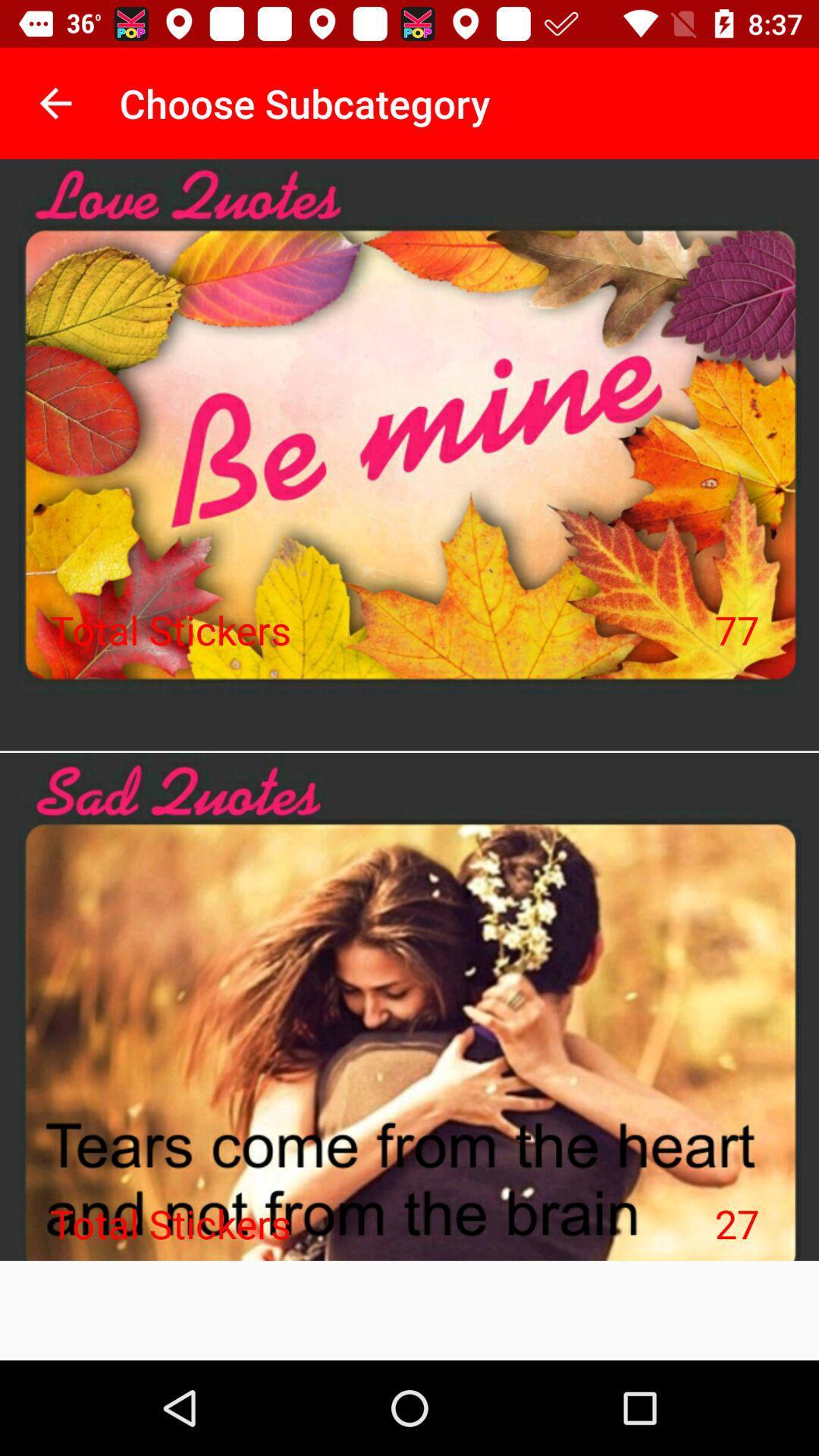  What do you see at coordinates (55, 102) in the screenshot?
I see `item to the left of the choose subcategory` at bounding box center [55, 102].